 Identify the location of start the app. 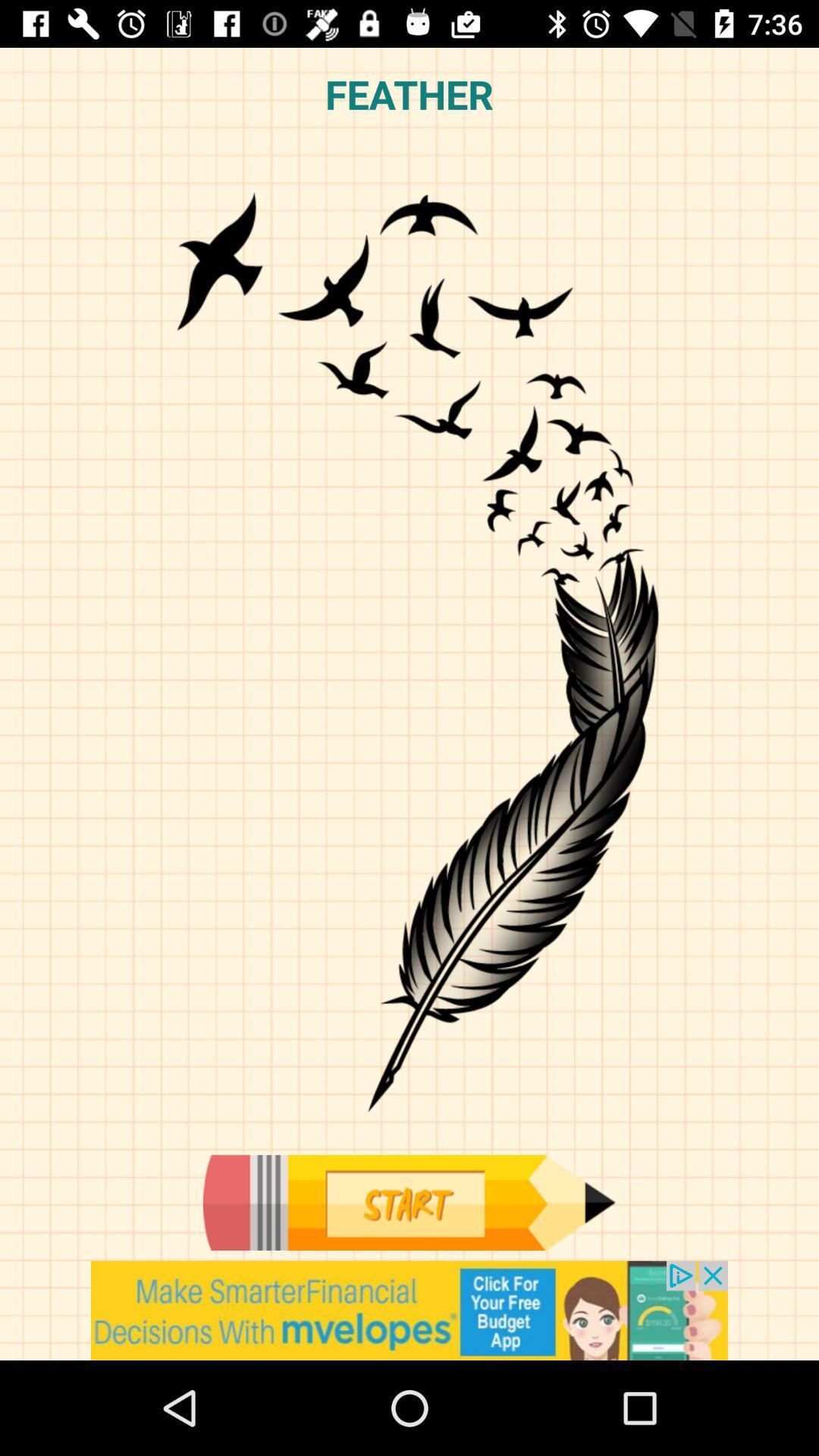
(408, 1202).